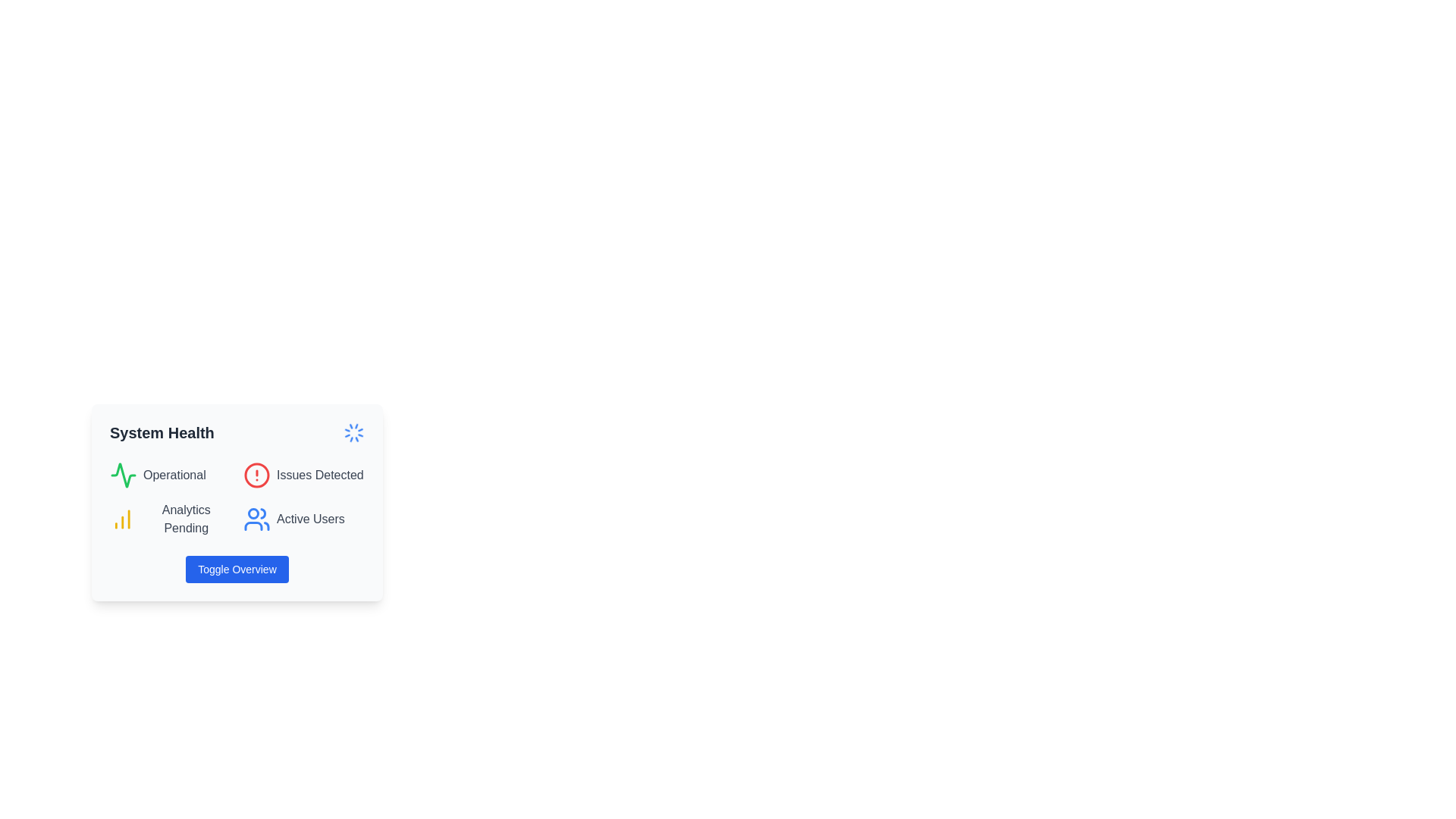 This screenshot has height=819, width=1456. I want to click on the 'System Health' label with the spinning blue circular icon for accessibility, so click(236, 432).